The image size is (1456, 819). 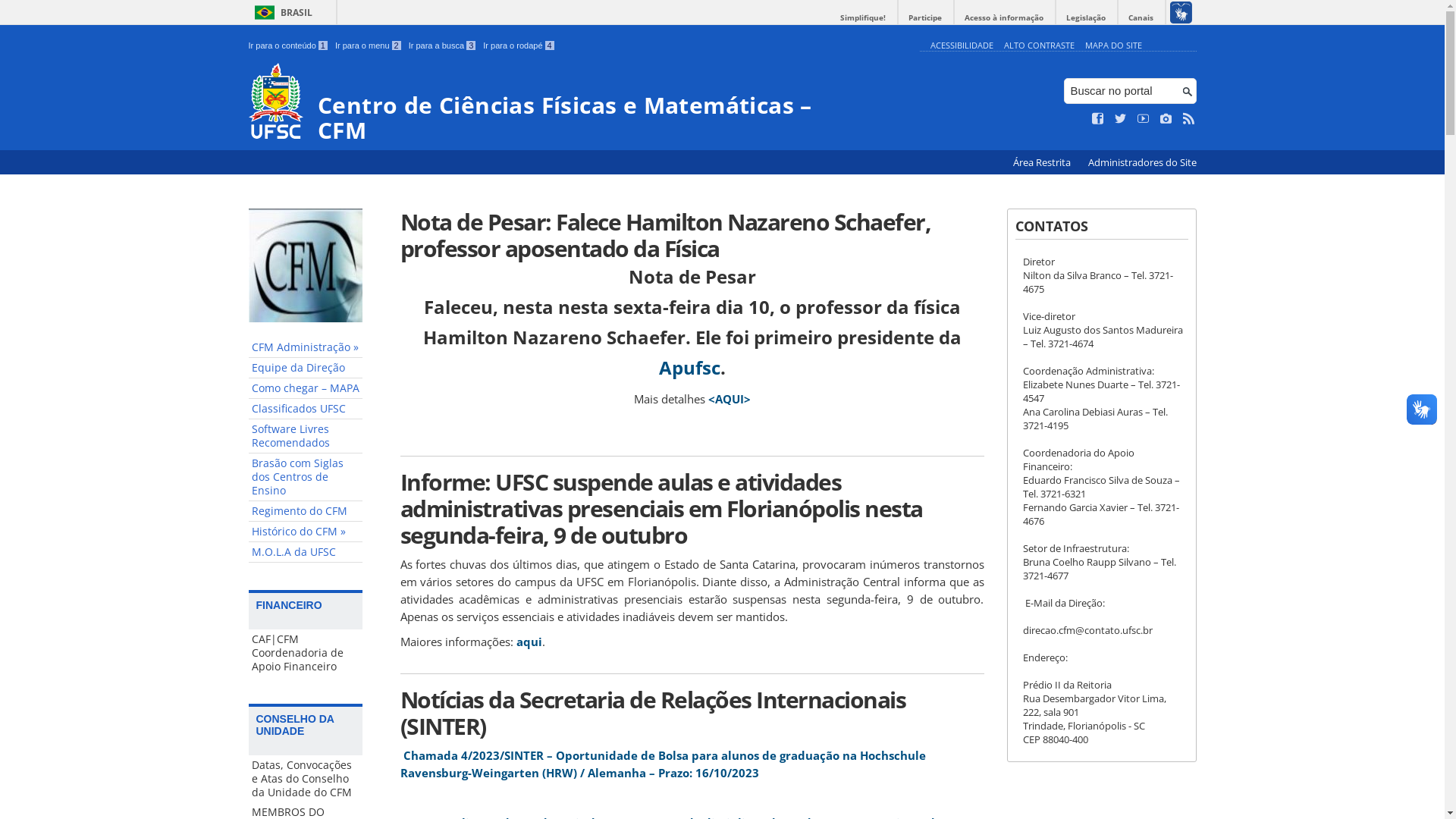 What do you see at coordinates (928, 44) in the screenshot?
I see `'ACESSIBILIDADE'` at bounding box center [928, 44].